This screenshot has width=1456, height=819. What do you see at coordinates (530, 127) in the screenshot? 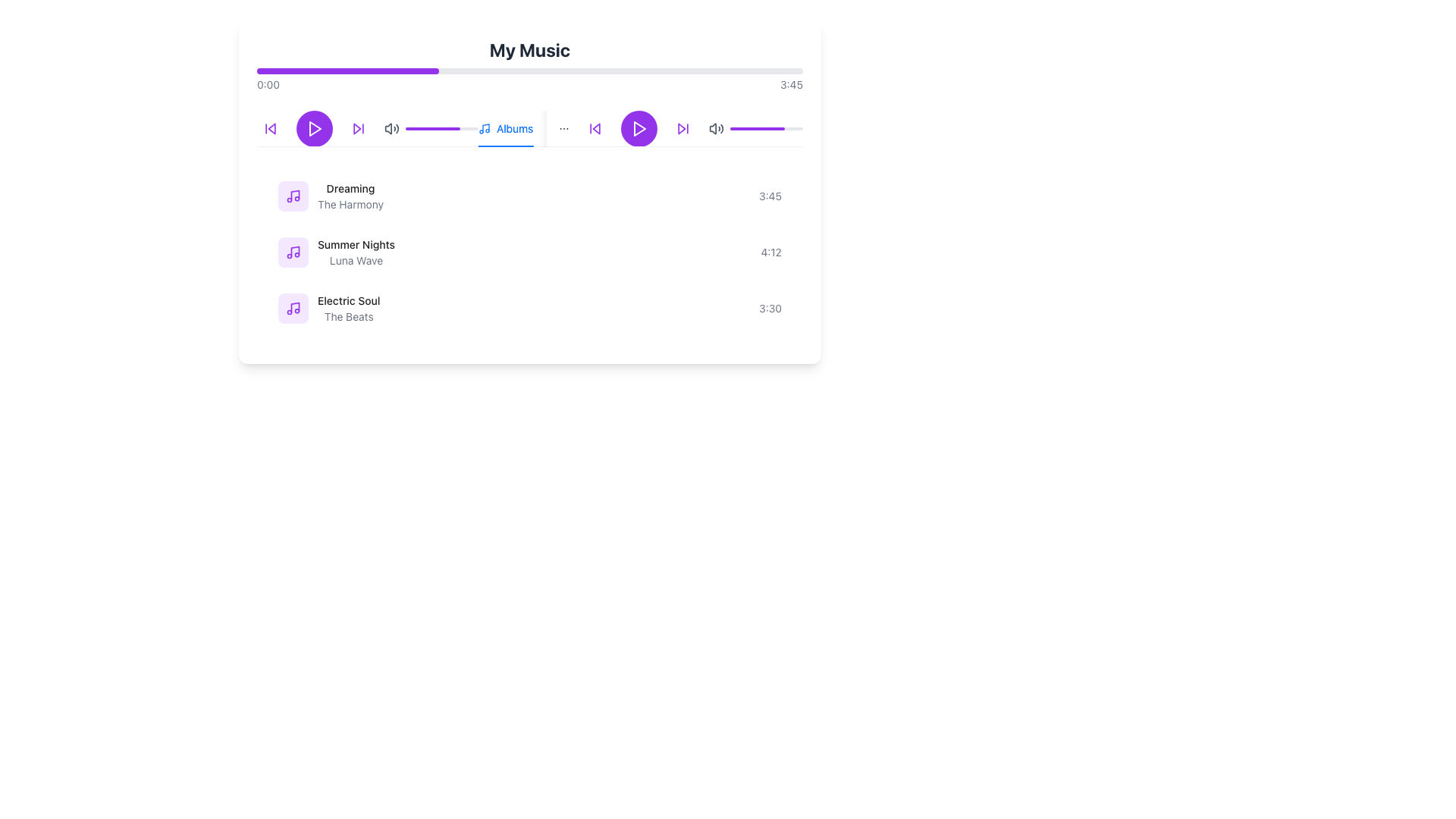
I see `the Horizontal Tab Navigation element located below the progress bar` at bounding box center [530, 127].